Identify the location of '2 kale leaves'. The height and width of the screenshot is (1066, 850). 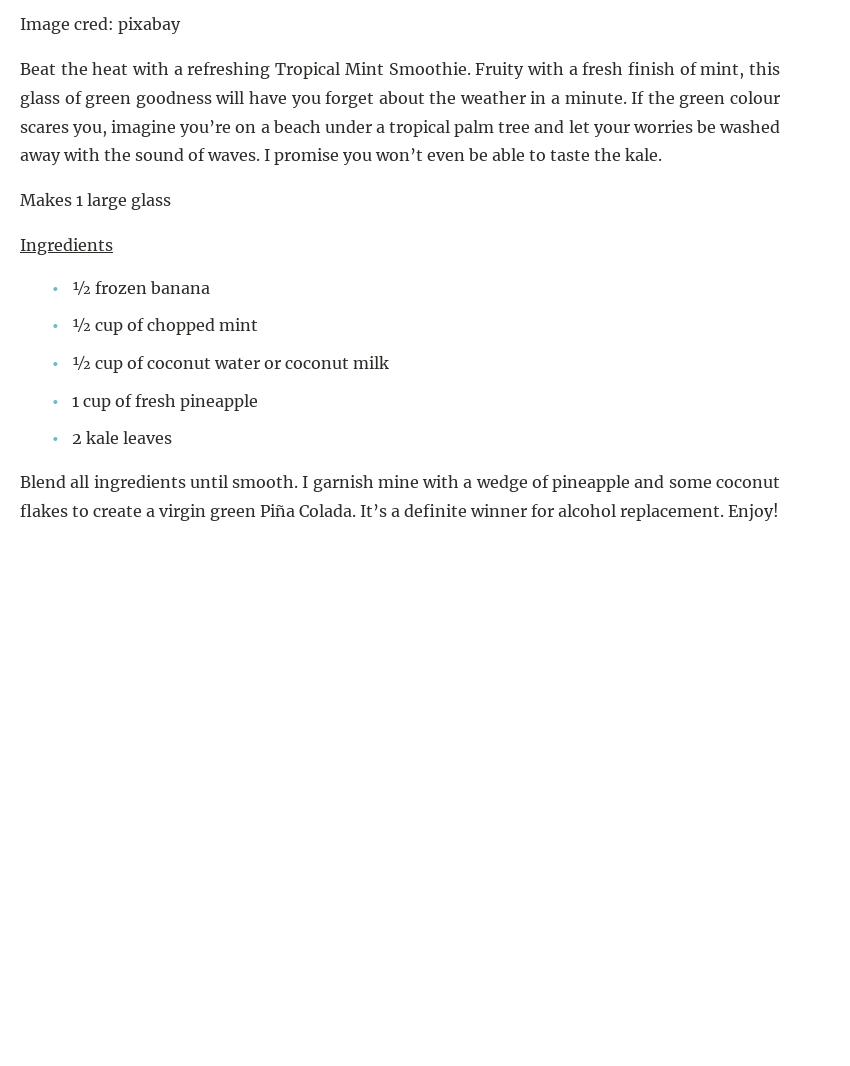
(120, 438).